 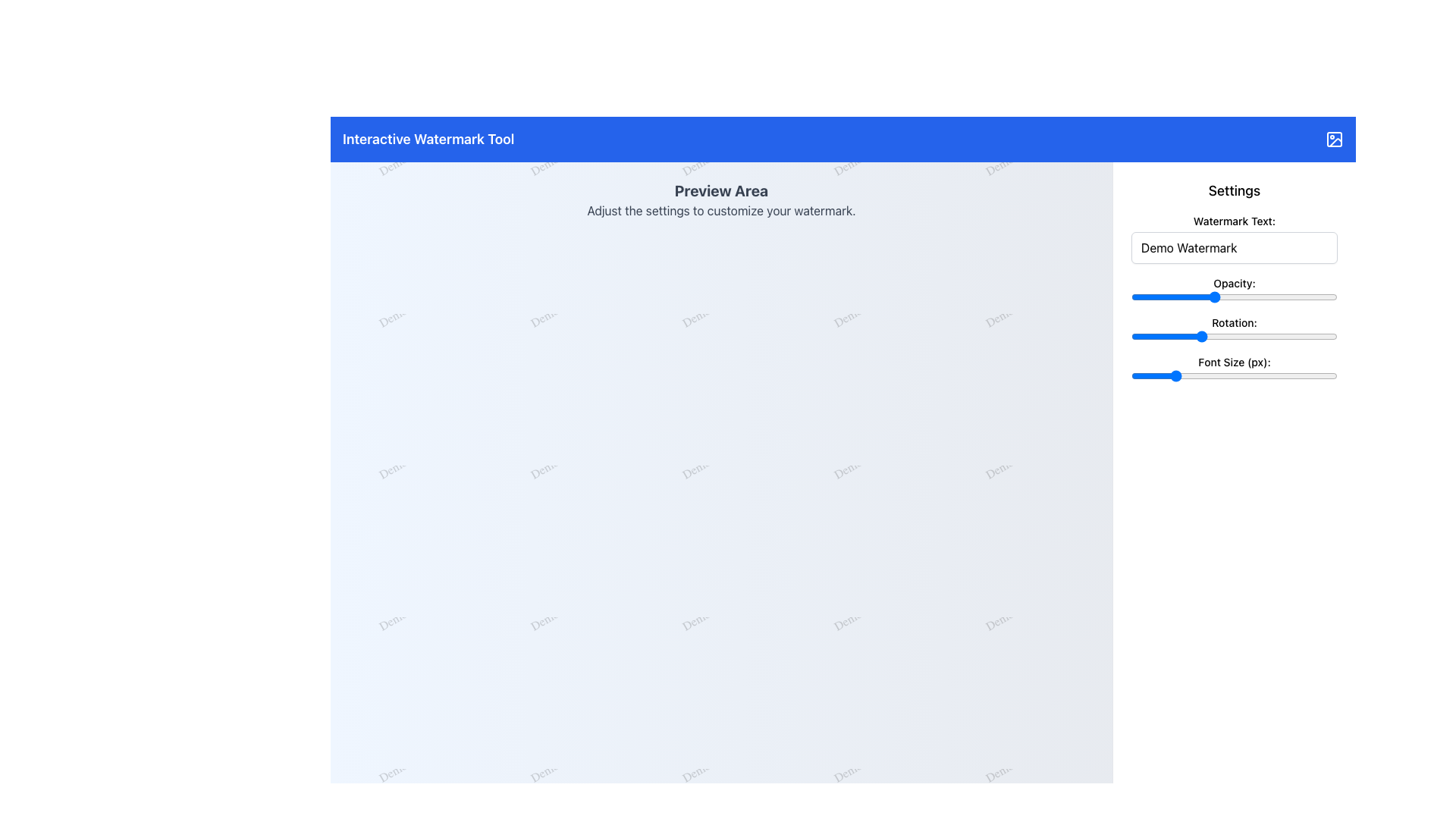 What do you see at coordinates (1234, 247) in the screenshot?
I see `the text input box for the watermark, located directly below the label 'Watermark Text:'` at bounding box center [1234, 247].